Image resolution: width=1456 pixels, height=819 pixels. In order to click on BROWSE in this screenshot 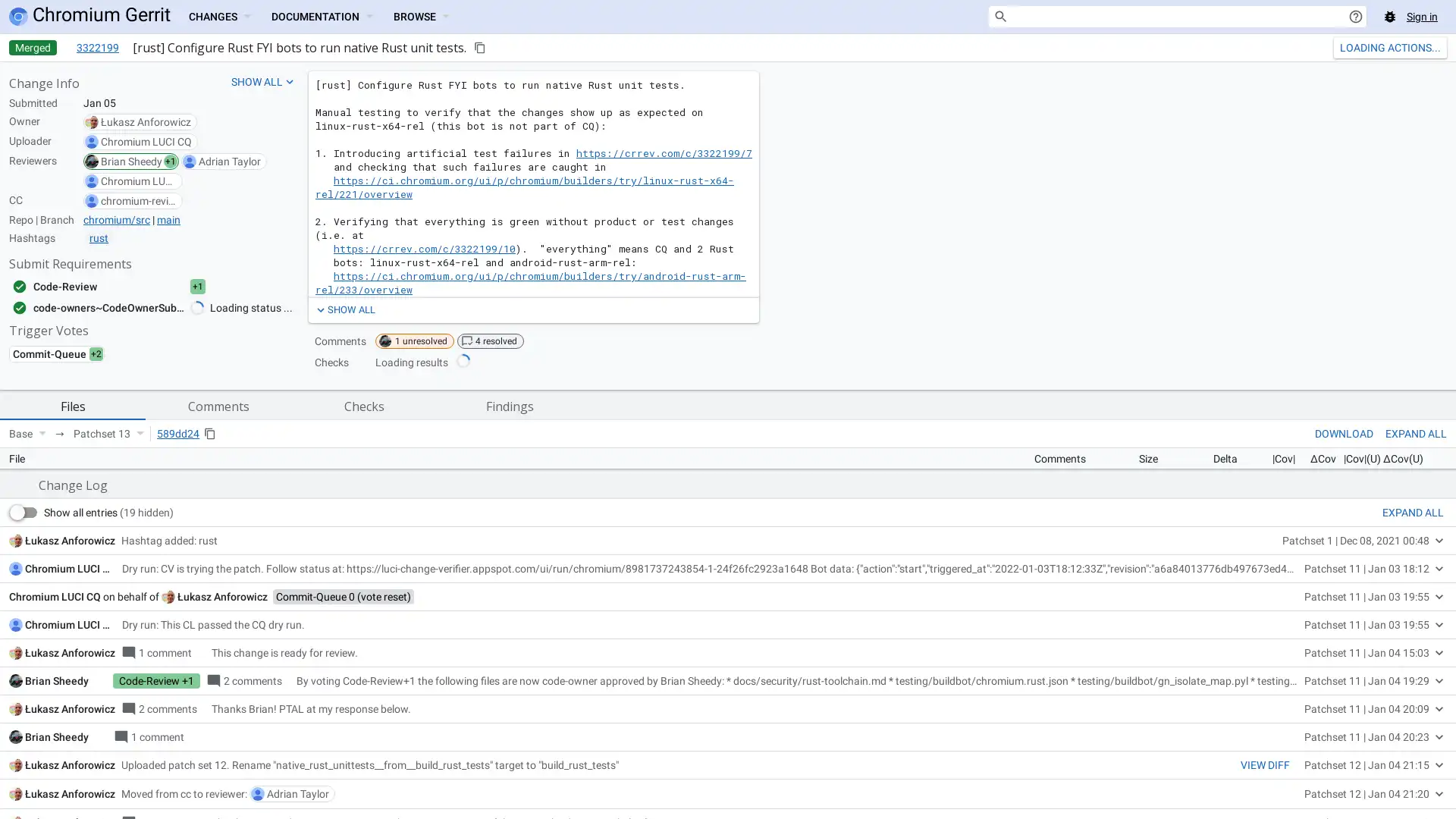, I will do `click(421, 17)`.